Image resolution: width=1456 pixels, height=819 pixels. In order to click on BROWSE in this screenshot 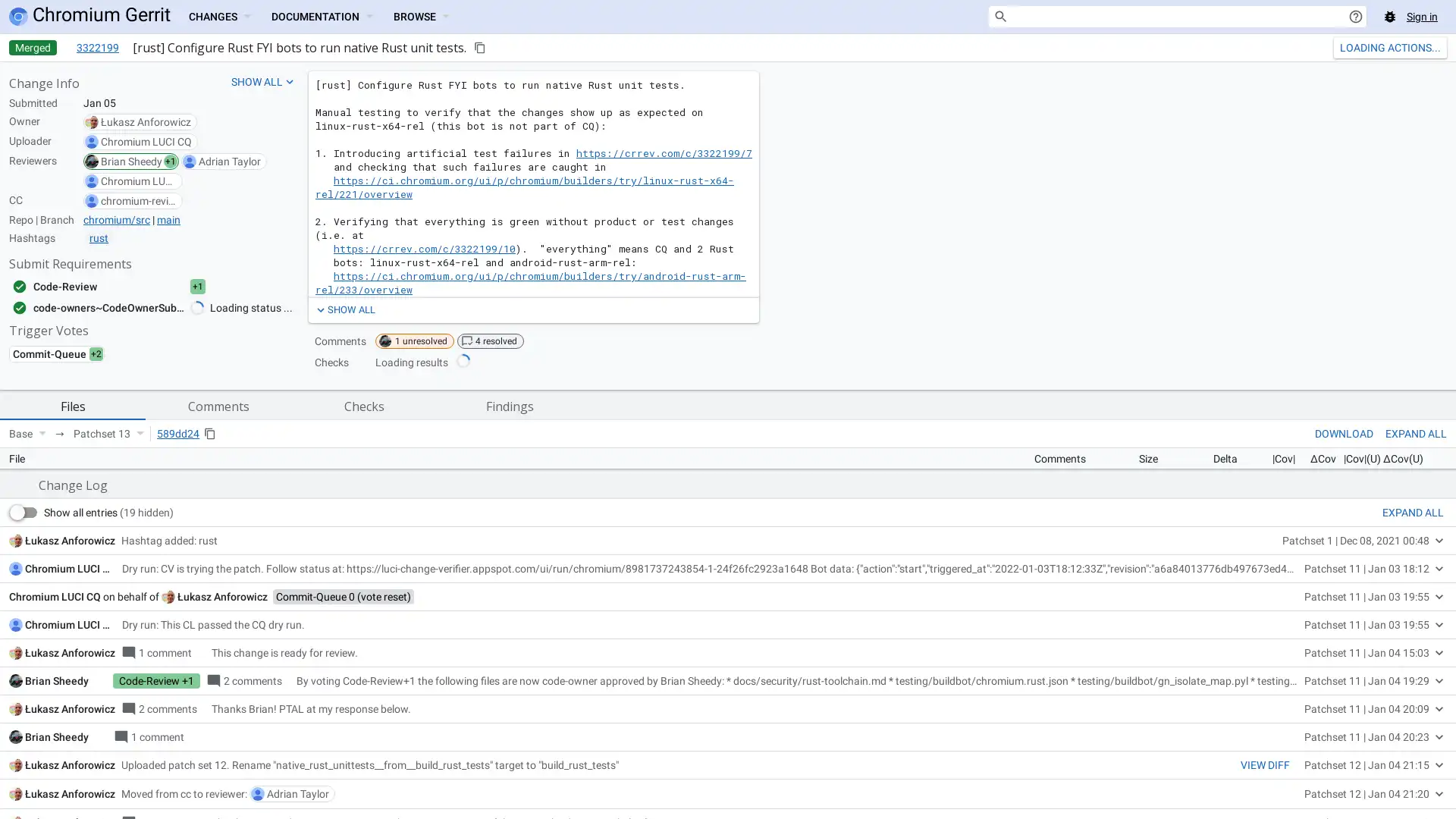, I will do `click(421, 17)`.